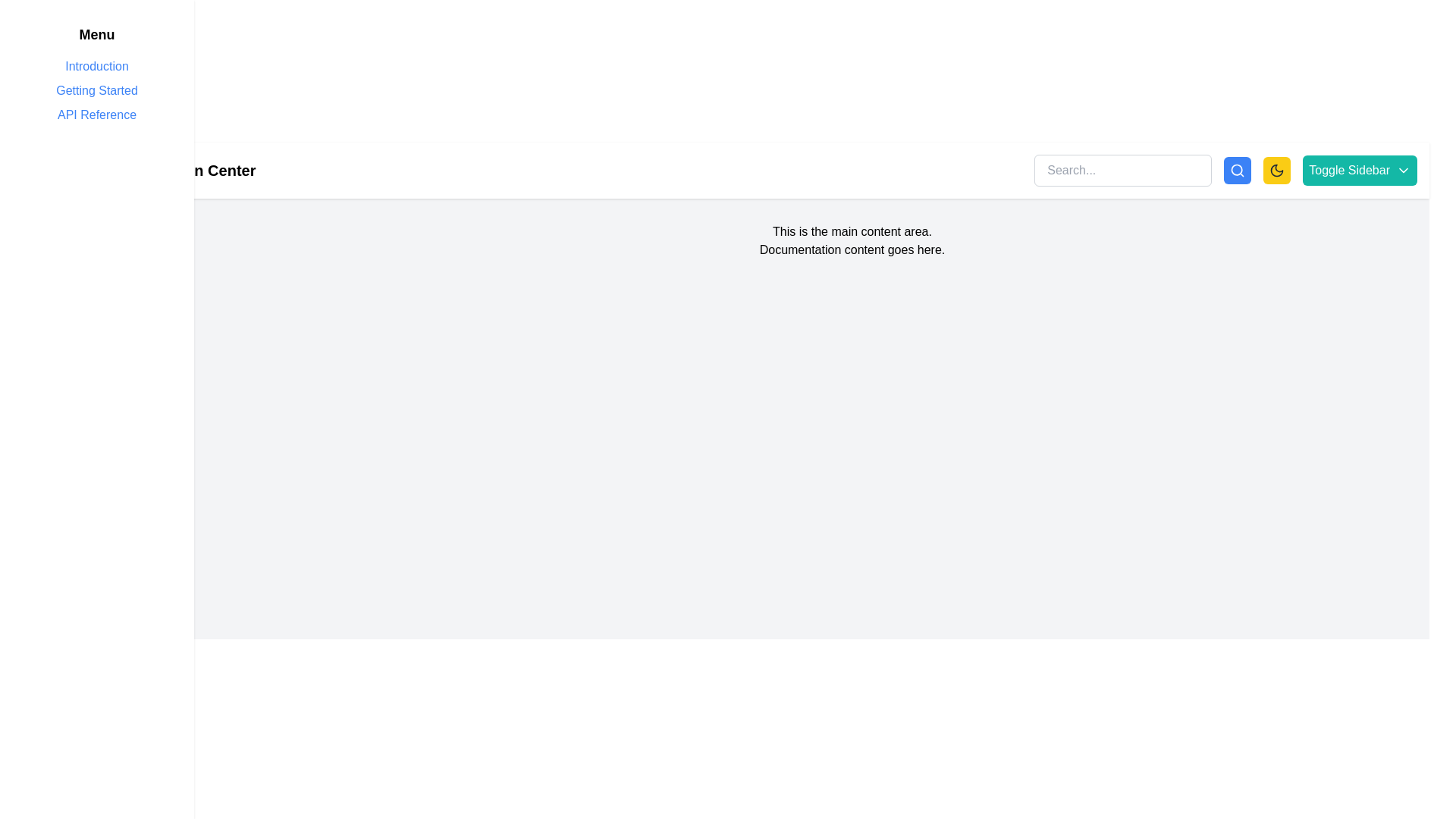 This screenshot has height=819, width=1456. I want to click on the 'Toggle Sidebar' button, which is a teal rectangular button with rounded corners and white text, located at the far right of the horizontal toolbar, so click(1360, 170).